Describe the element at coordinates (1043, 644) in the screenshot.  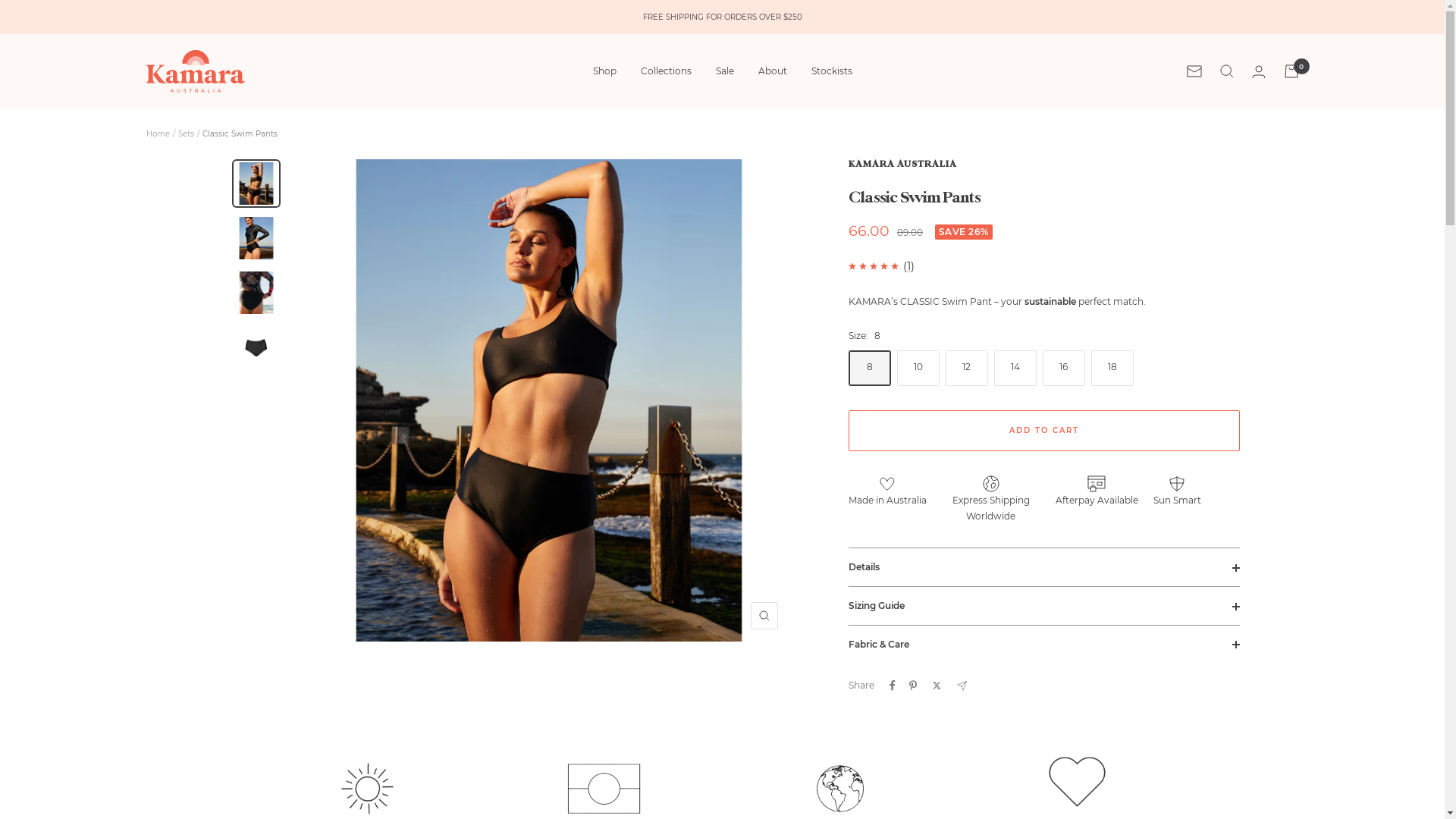
I see `'Fabric & Care'` at that location.